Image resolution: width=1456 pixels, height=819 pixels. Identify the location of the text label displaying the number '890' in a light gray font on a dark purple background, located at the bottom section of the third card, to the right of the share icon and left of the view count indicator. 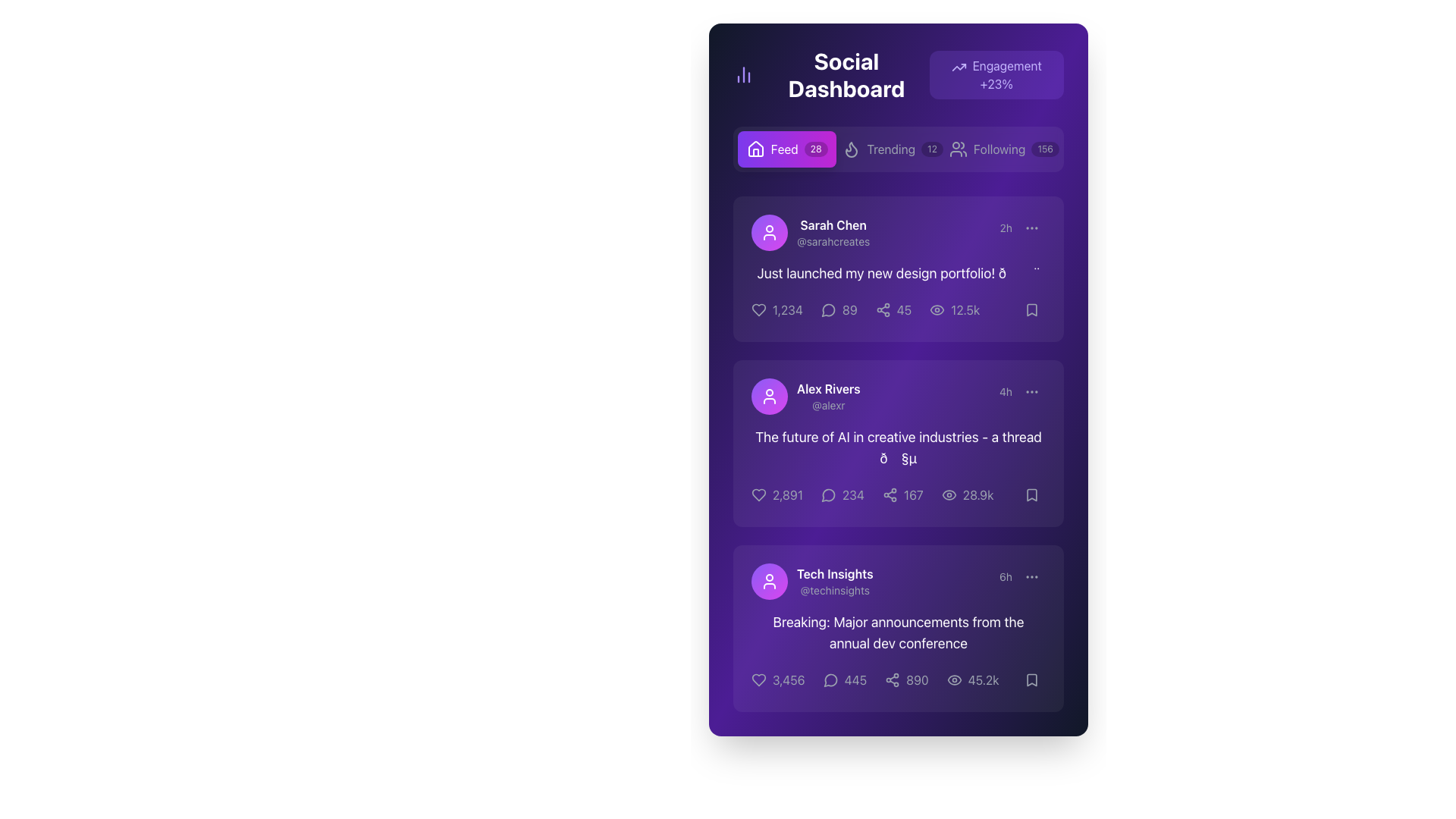
(916, 679).